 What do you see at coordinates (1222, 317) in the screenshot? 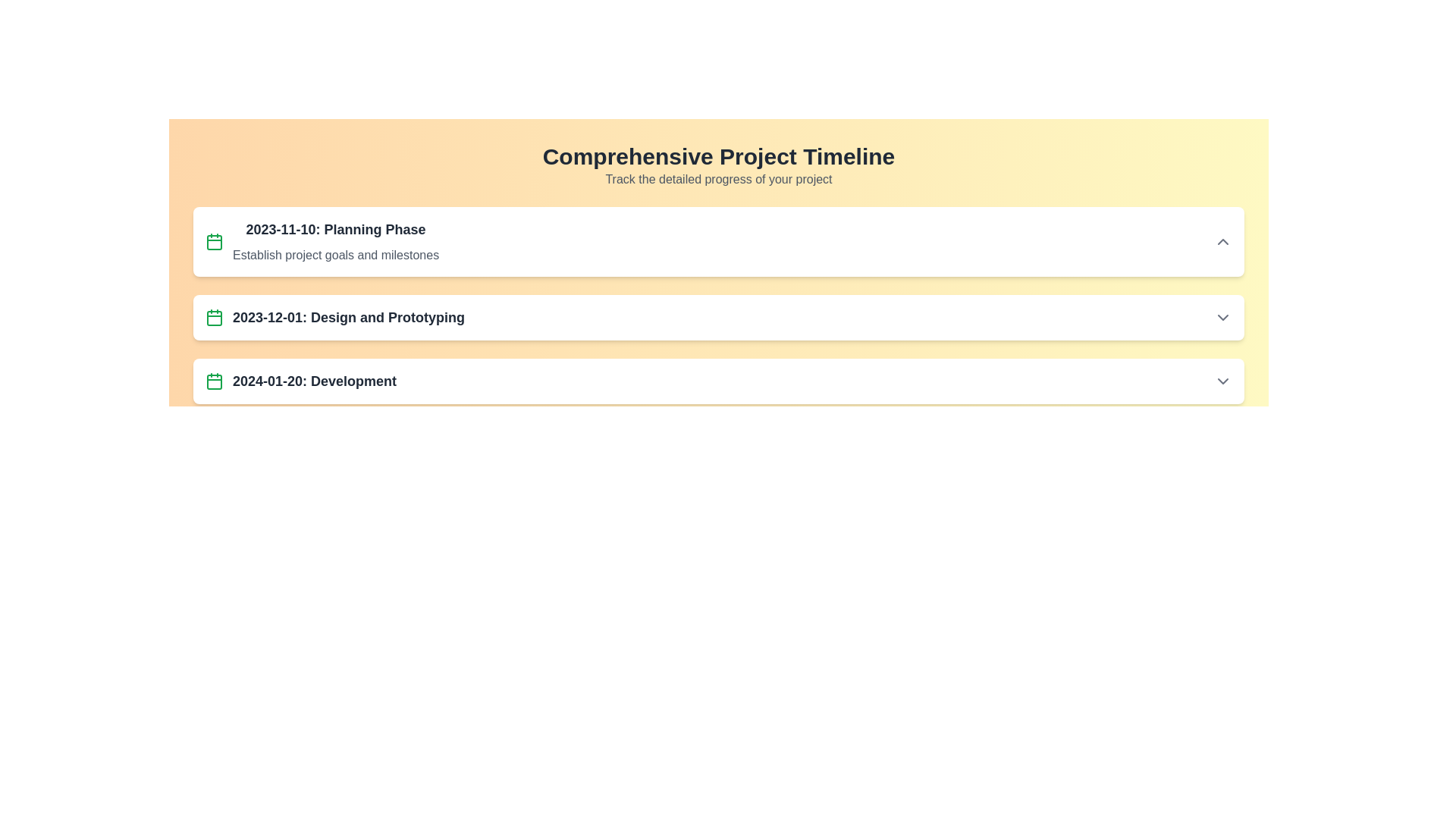
I see `the Dropdown toggle button located on the right side of the section labeled '2023-12-01: Design and Prototyping' to change its color` at bounding box center [1222, 317].